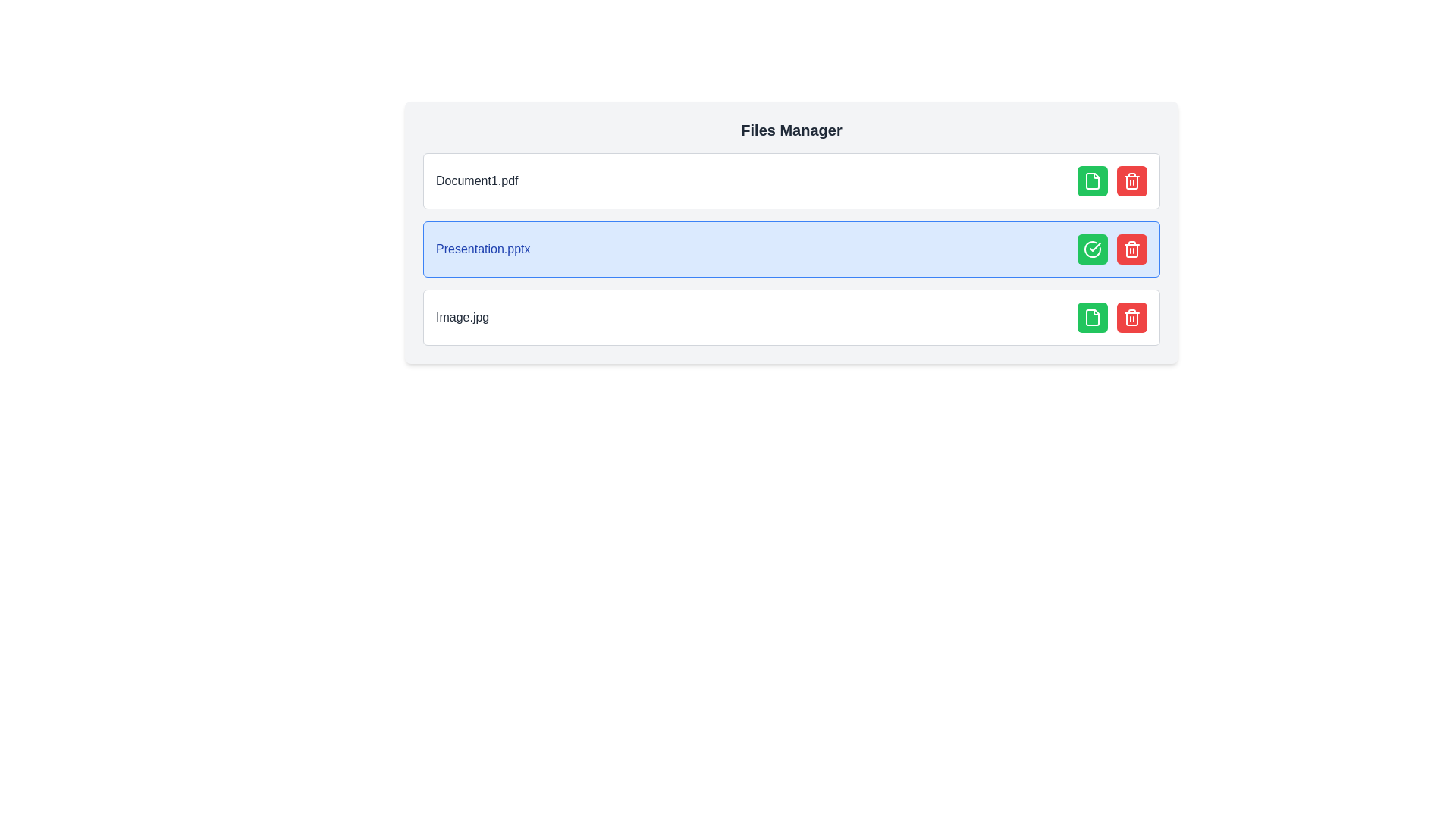 This screenshot has width=1456, height=819. What do you see at coordinates (1092, 248) in the screenshot?
I see `the green button with a checkmark icon located in the second row, first position to observe the style change` at bounding box center [1092, 248].